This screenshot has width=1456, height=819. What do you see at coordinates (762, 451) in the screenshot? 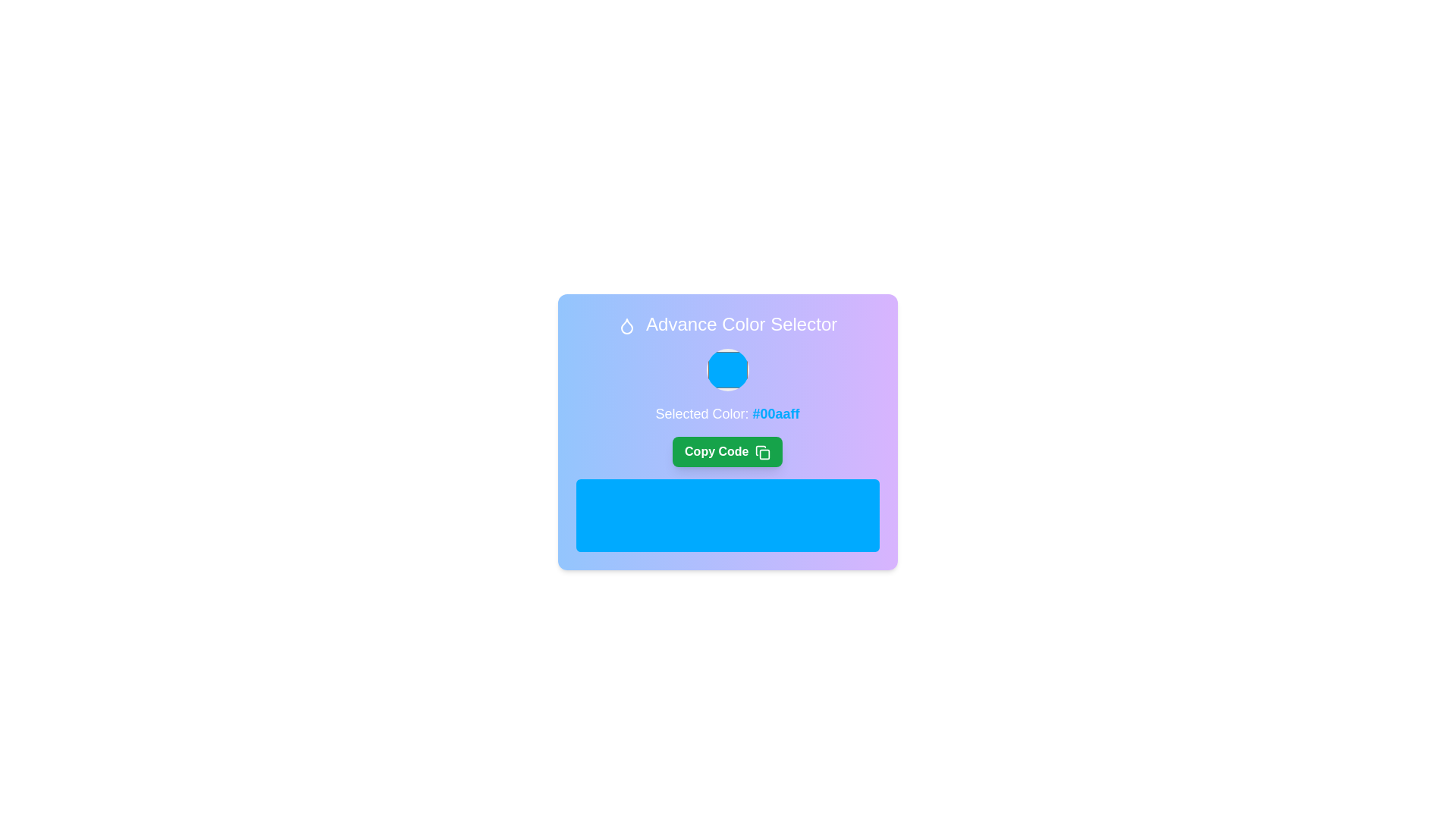
I see `the icon inside the green 'Copy Code' button` at bounding box center [762, 451].